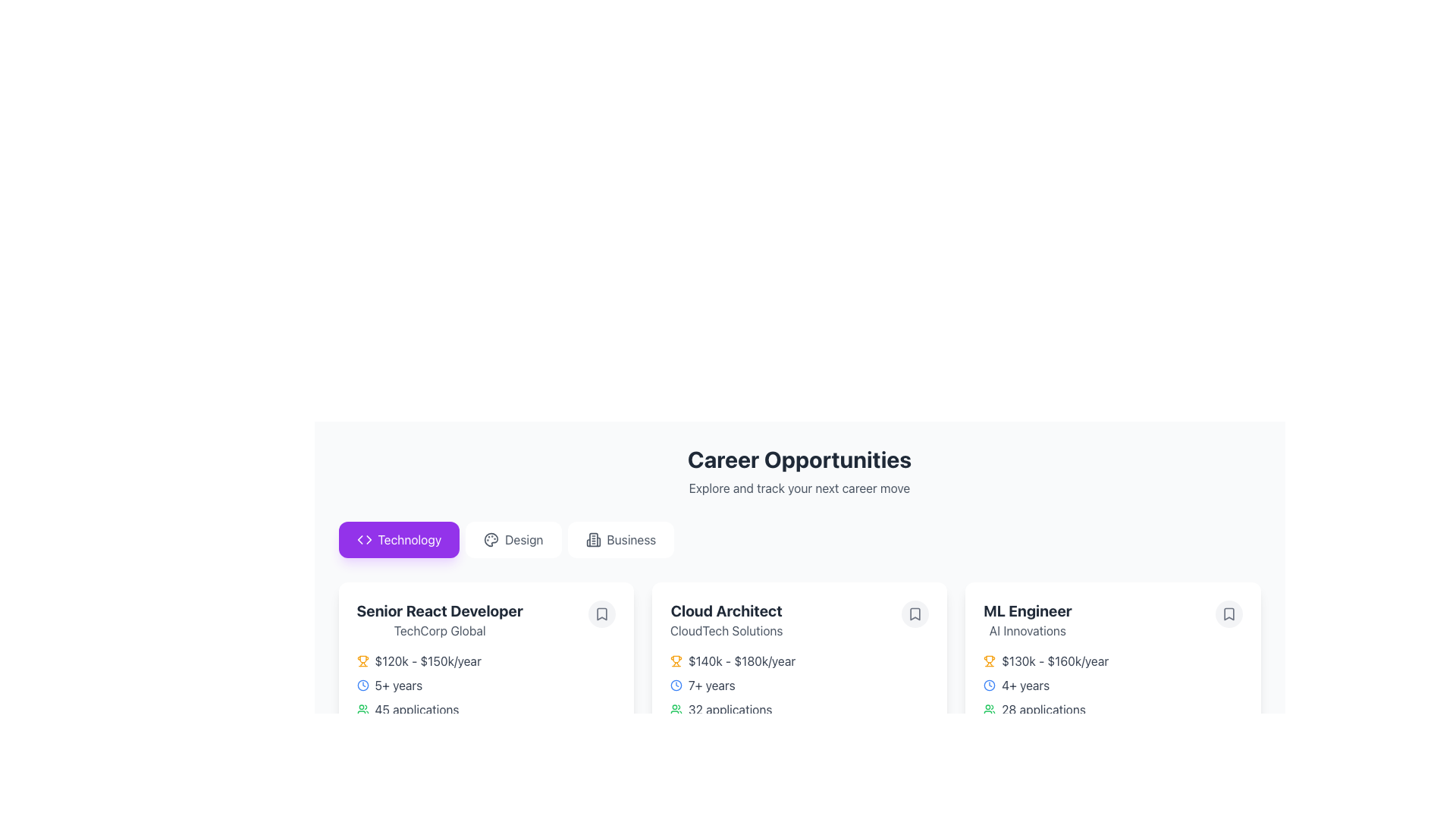 This screenshot has width=1456, height=819. Describe the element at coordinates (915, 614) in the screenshot. I see `the unique SVG-based bookmark icon located in the upper-right corner of the 'Cloud Architect' career opportunity card` at that location.